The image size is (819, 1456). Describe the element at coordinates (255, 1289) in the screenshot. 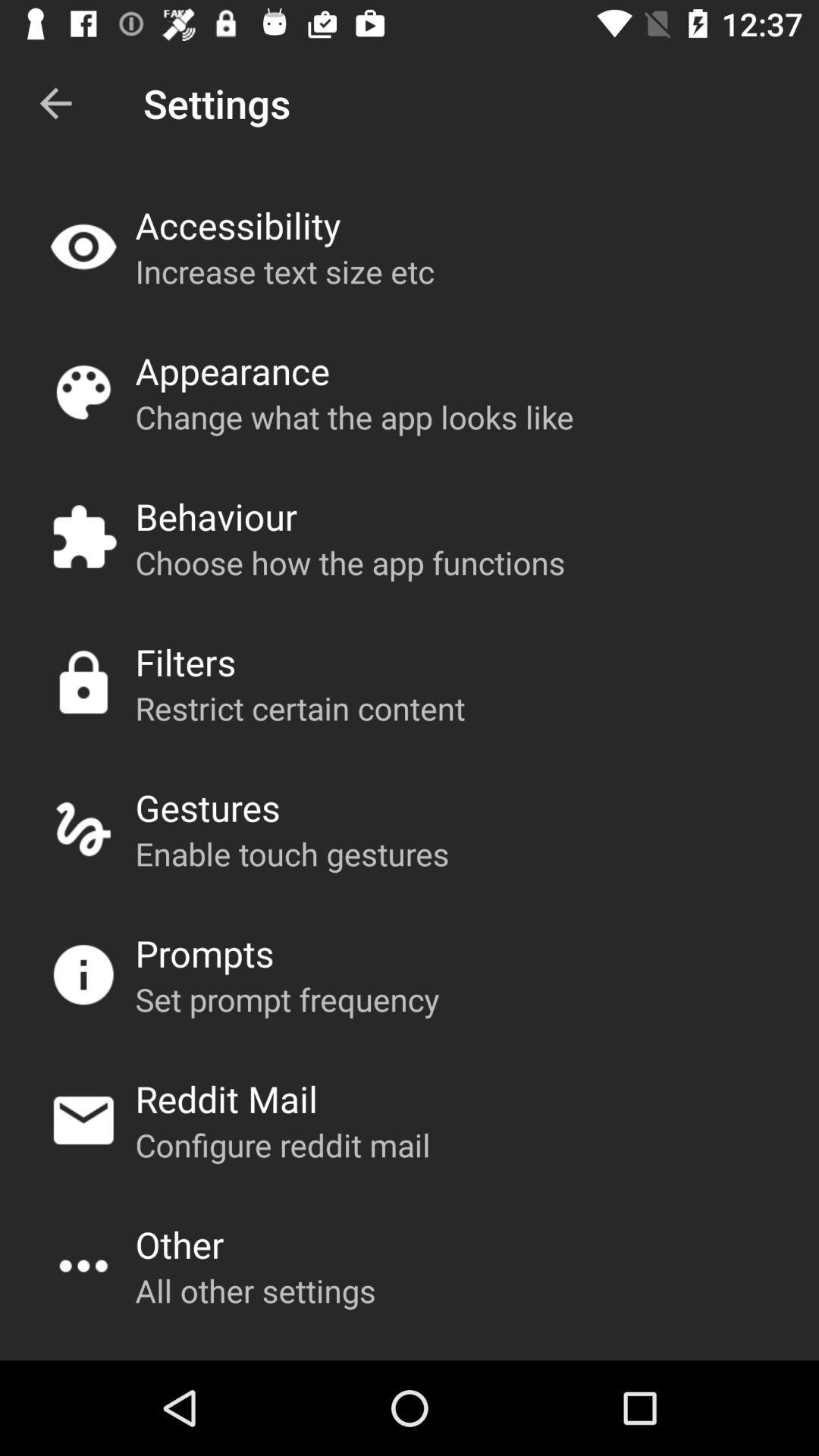

I see `the icon below the other icon` at that location.